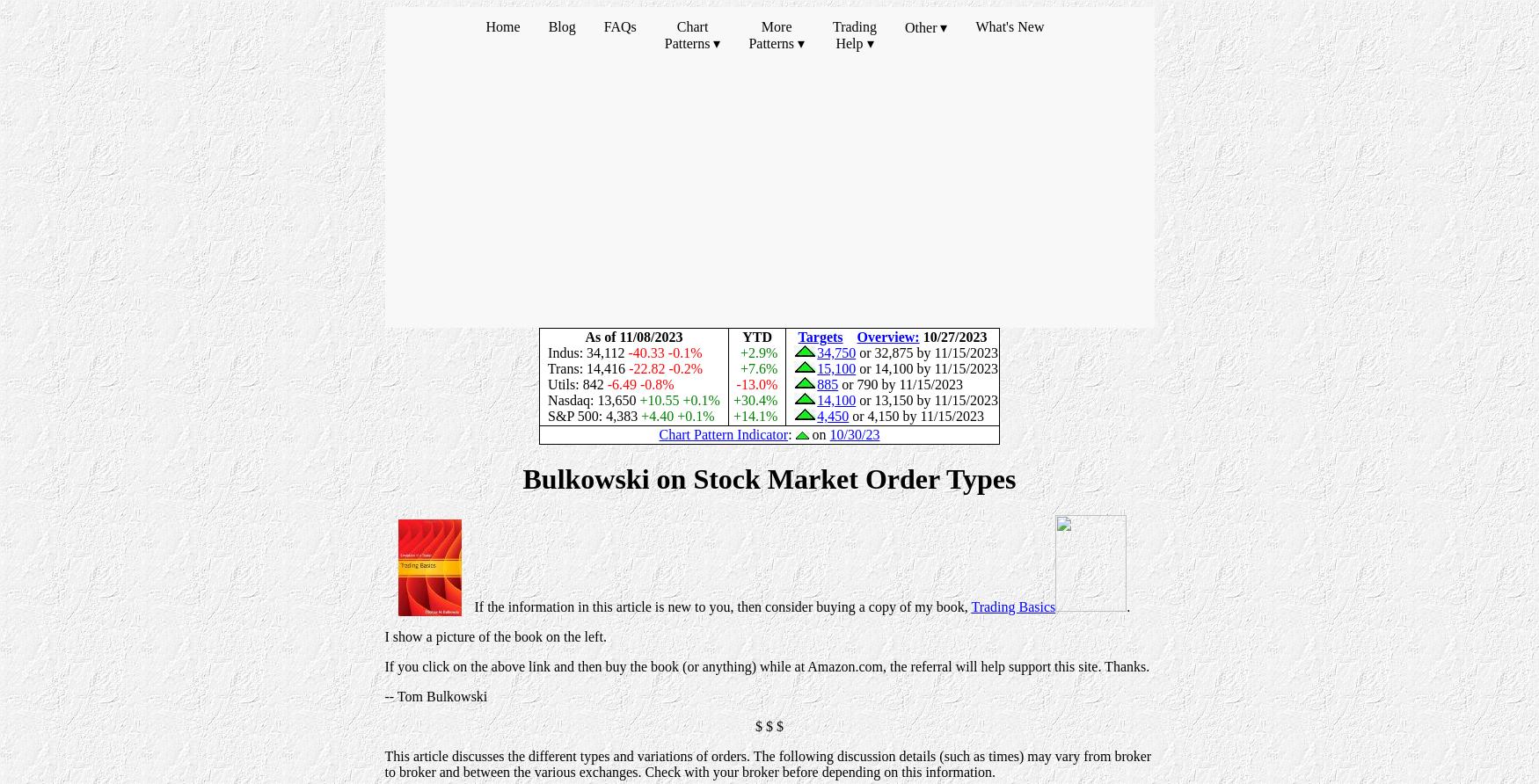 Image resolution: width=1539 pixels, height=784 pixels. Describe the element at coordinates (756, 400) in the screenshot. I see `'+30.4%'` at that location.